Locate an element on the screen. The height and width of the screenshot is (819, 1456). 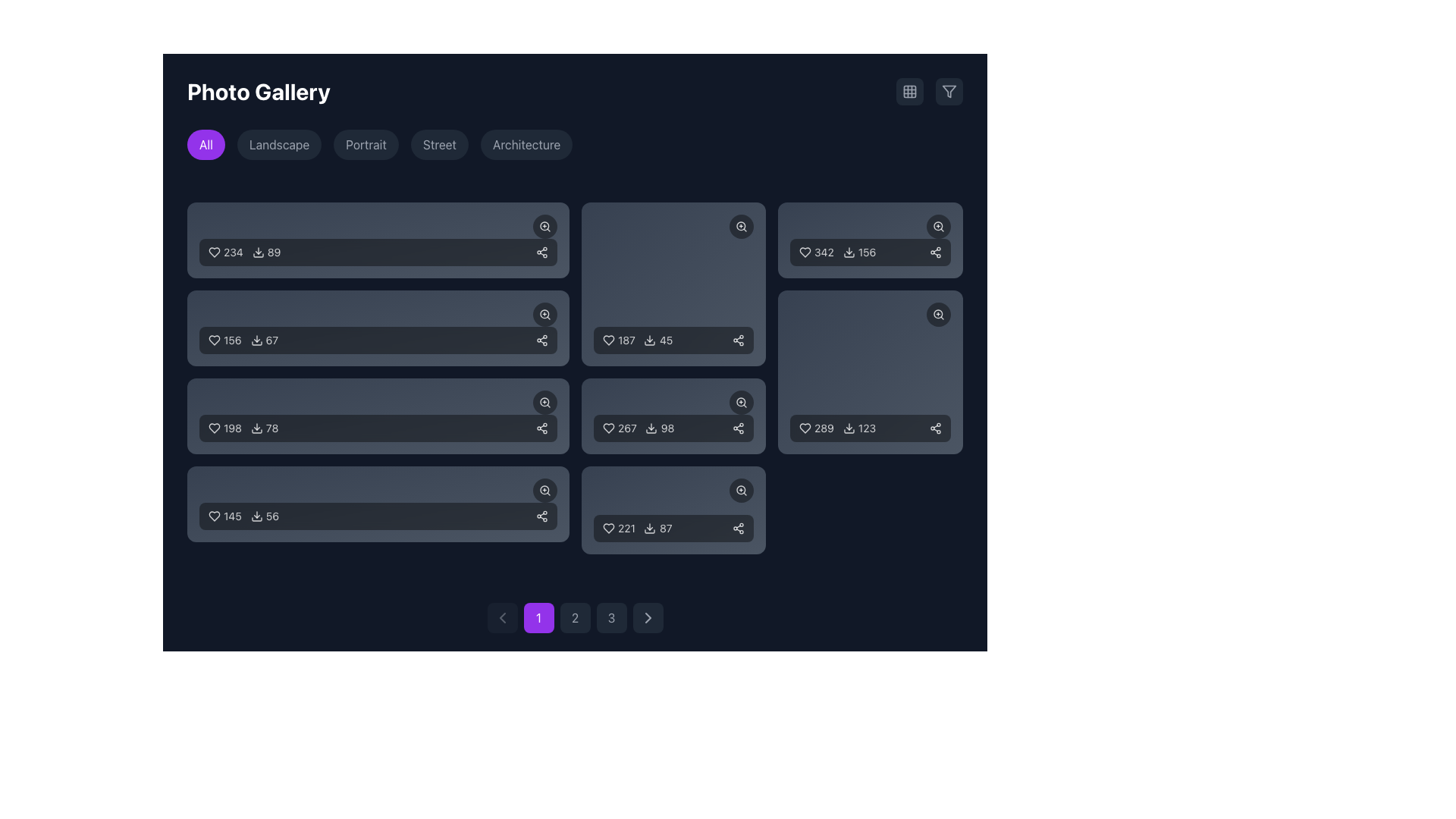
the Card component displaying counts and actions, which features a heart icon with '198' likes and a download icon with '78', located in the leftmost position of the third row in a grid layout is located at coordinates (378, 416).